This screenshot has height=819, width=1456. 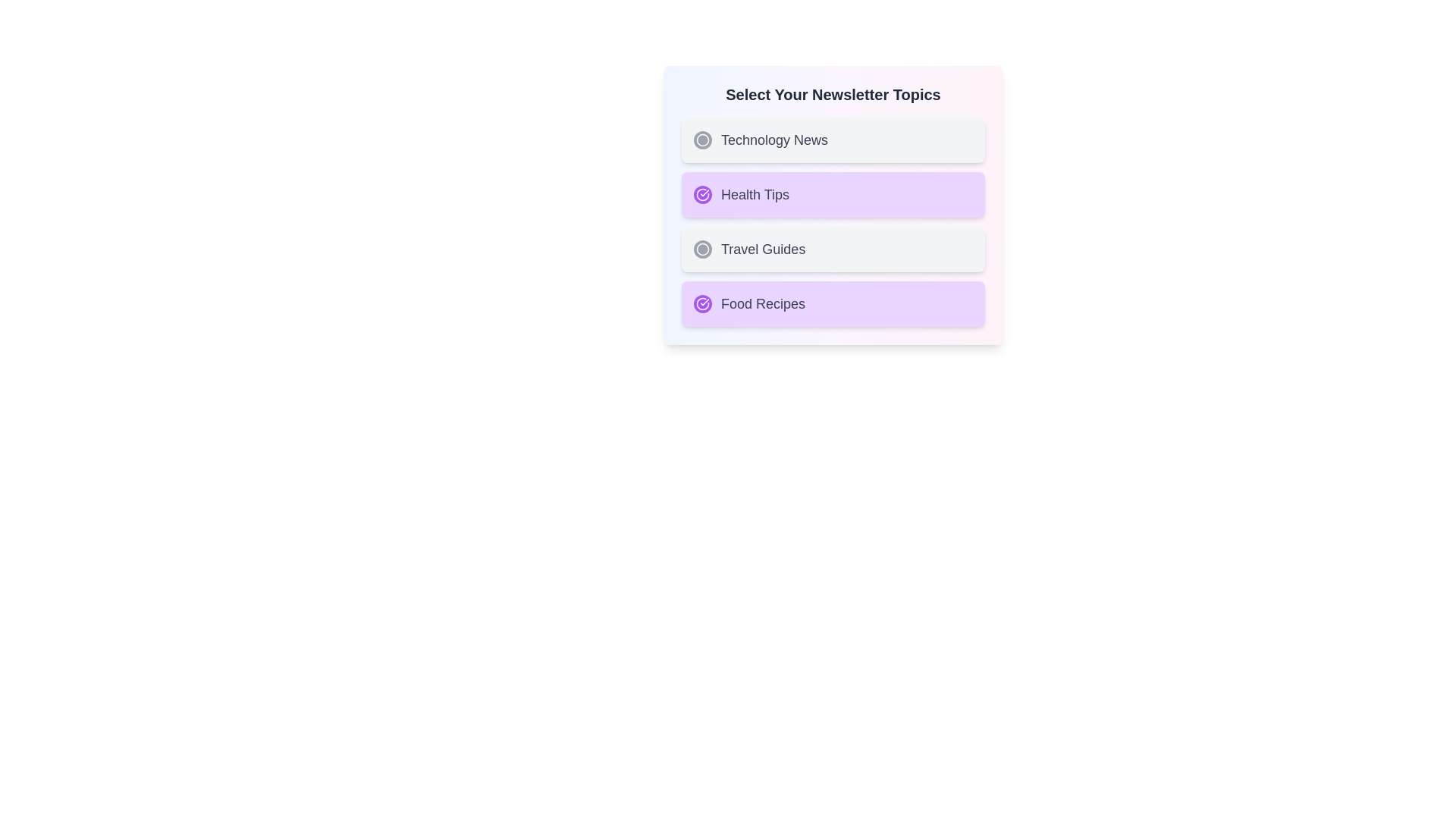 I want to click on the topic Technology News, so click(x=833, y=140).